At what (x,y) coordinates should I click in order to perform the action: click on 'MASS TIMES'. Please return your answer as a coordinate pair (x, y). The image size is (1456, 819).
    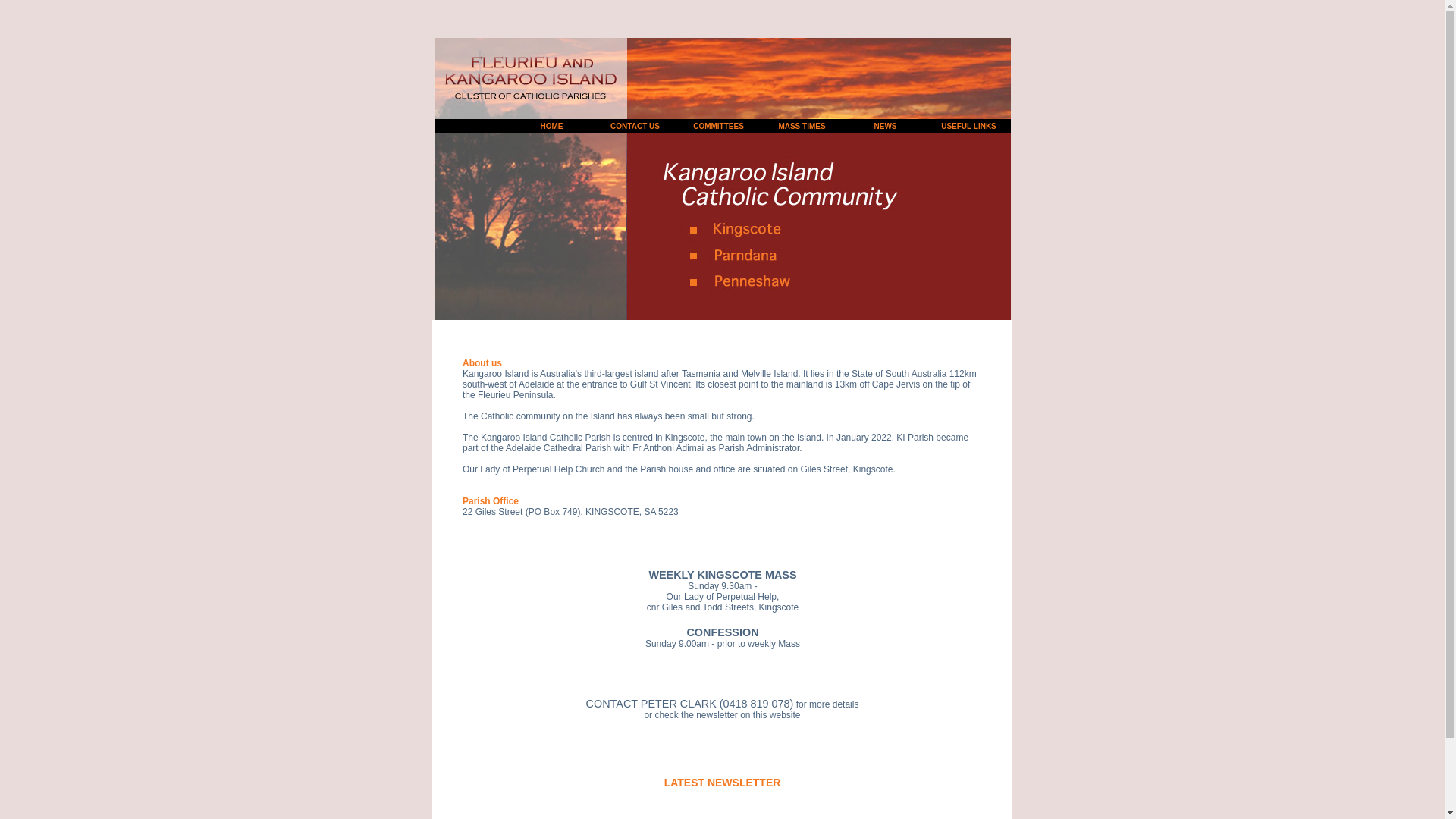
    Looking at the image, I should click on (778, 124).